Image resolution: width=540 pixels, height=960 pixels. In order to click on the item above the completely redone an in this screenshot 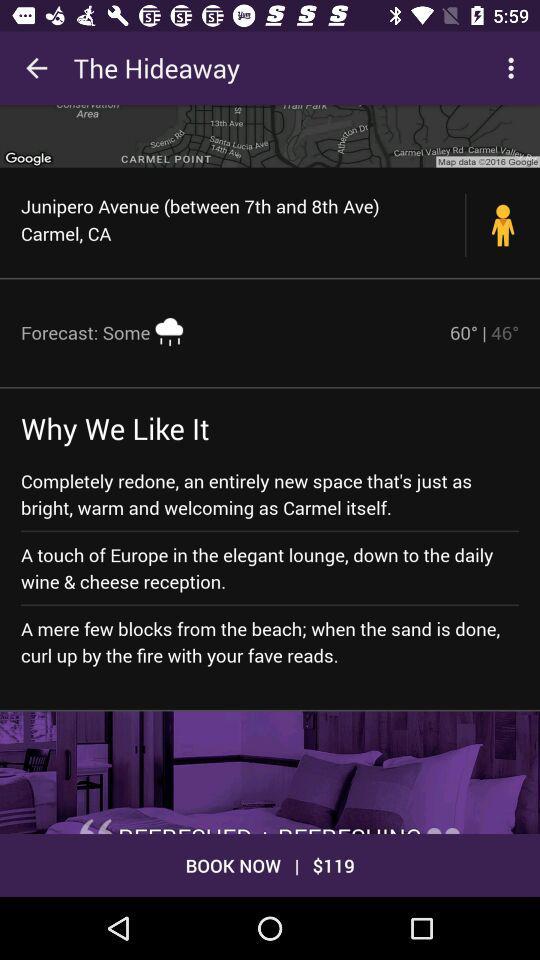, I will do `click(115, 428)`.